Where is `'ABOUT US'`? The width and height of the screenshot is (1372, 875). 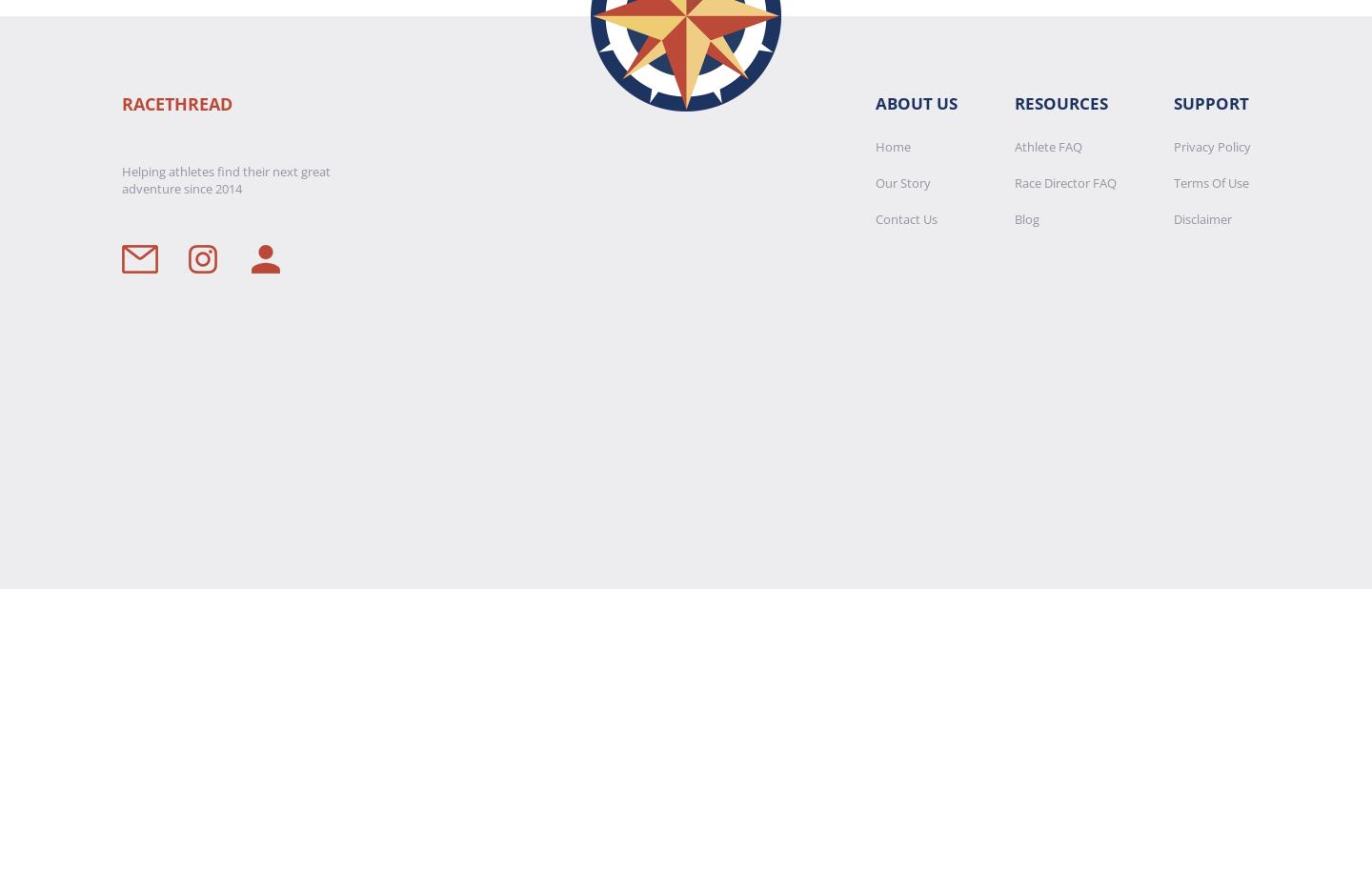 'ABOUT US' is located at coordinates (915, 102).